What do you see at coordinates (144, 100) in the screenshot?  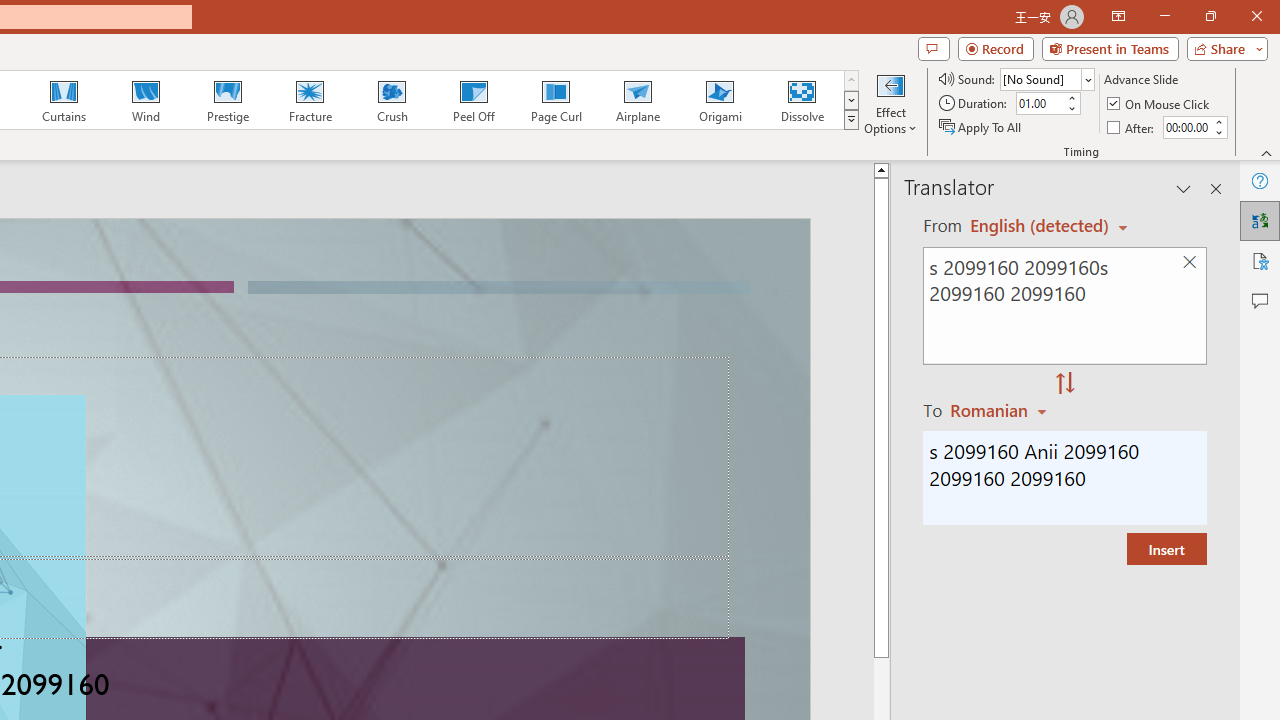 I see `'Wind'` at bounding box center [144, 100].